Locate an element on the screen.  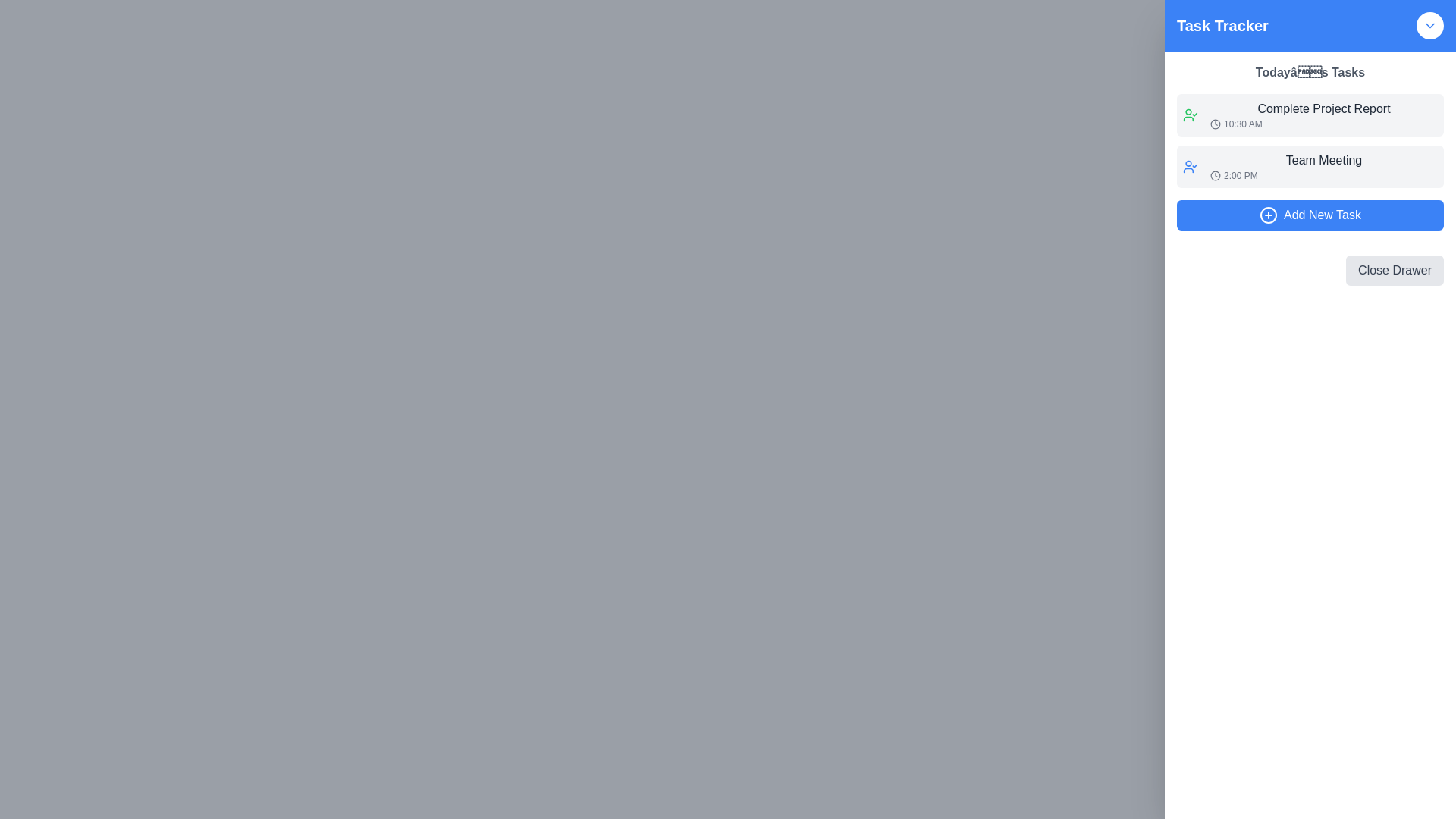
the completion icon located at the top left of the task card labeled 'Complete Project Report' with a timestamp of 10:30 AM is located at coordinates (1189, 114).